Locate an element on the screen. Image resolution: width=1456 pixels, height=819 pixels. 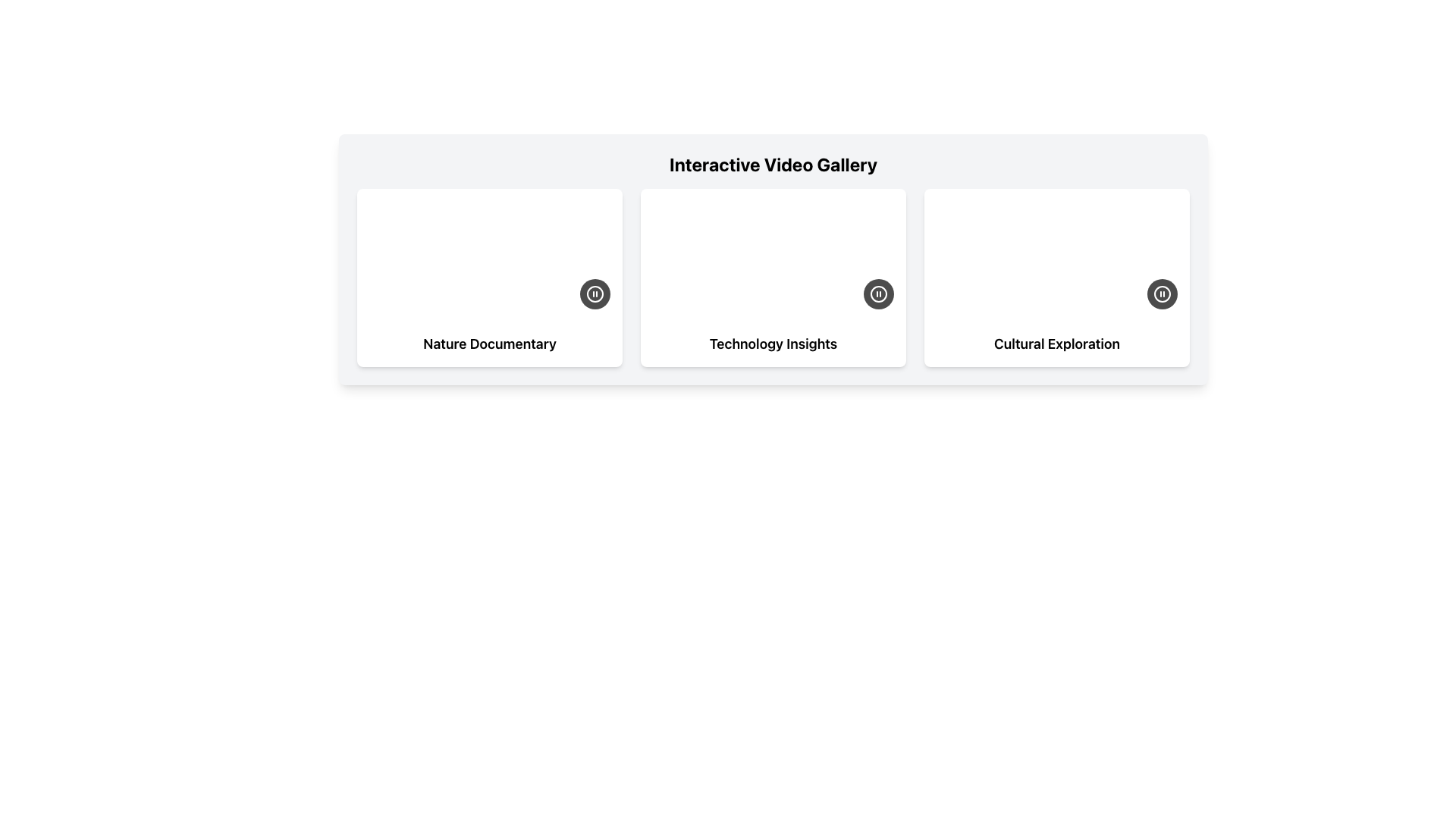
the text label that serves as a title for the associated panel in the 'Interactive Video Gallery' section, located beneath the top edge of the third panel is located at coordinates (1056, 344).